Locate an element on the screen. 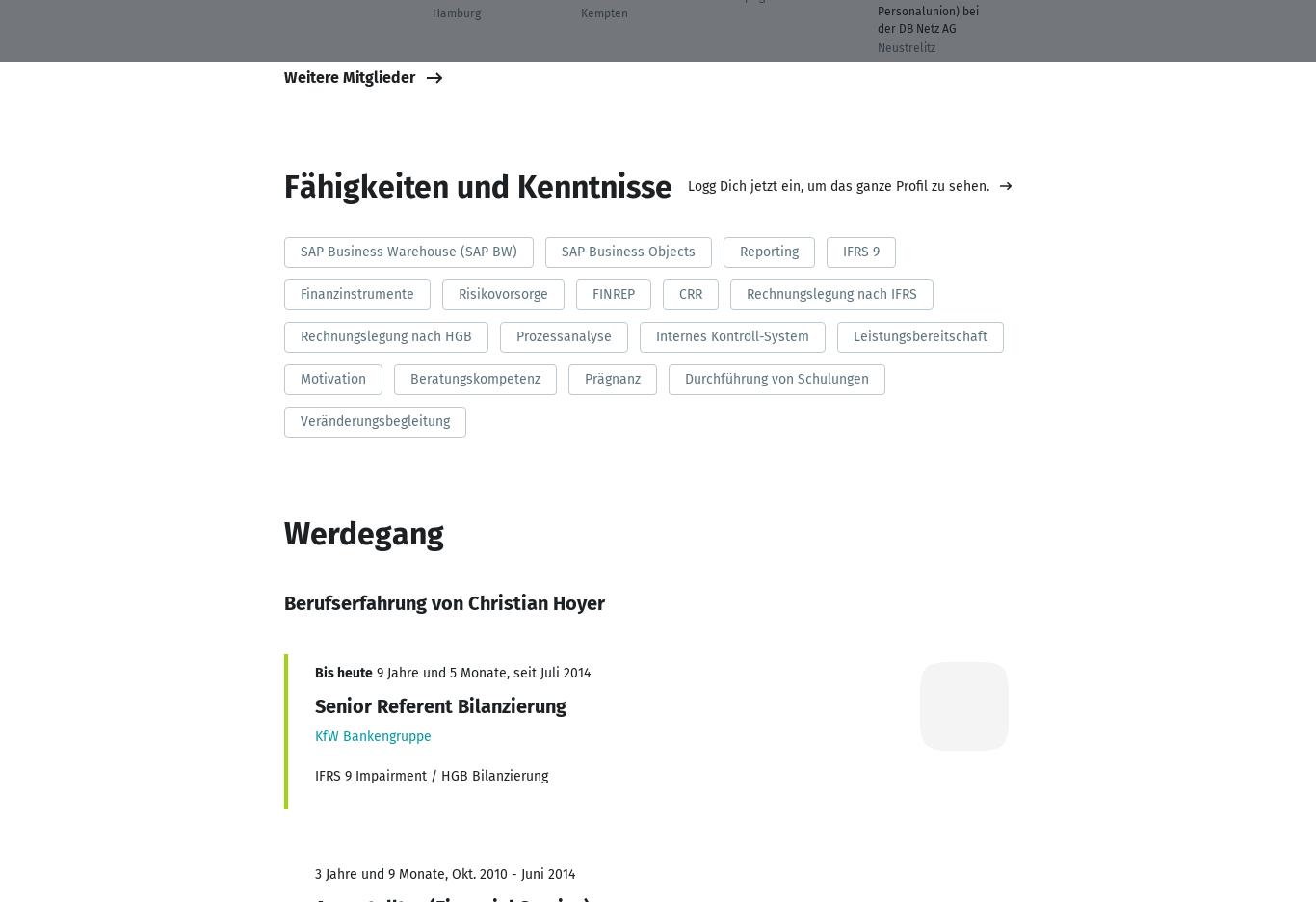 Image resolution: width=1316 pixels, height=902 pixels. 'Internes Kontroll-System' is located at coordinates (653, 334).